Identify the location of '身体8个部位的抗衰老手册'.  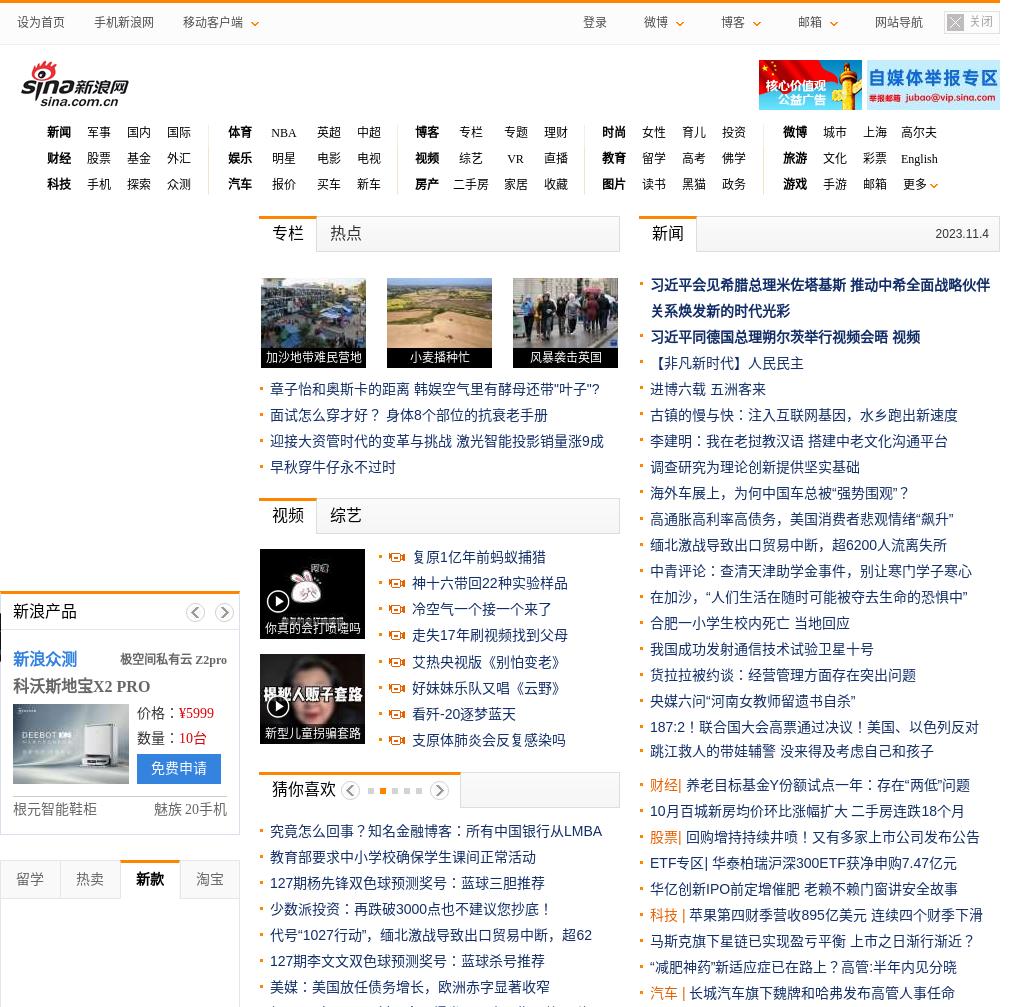
(465, 414).